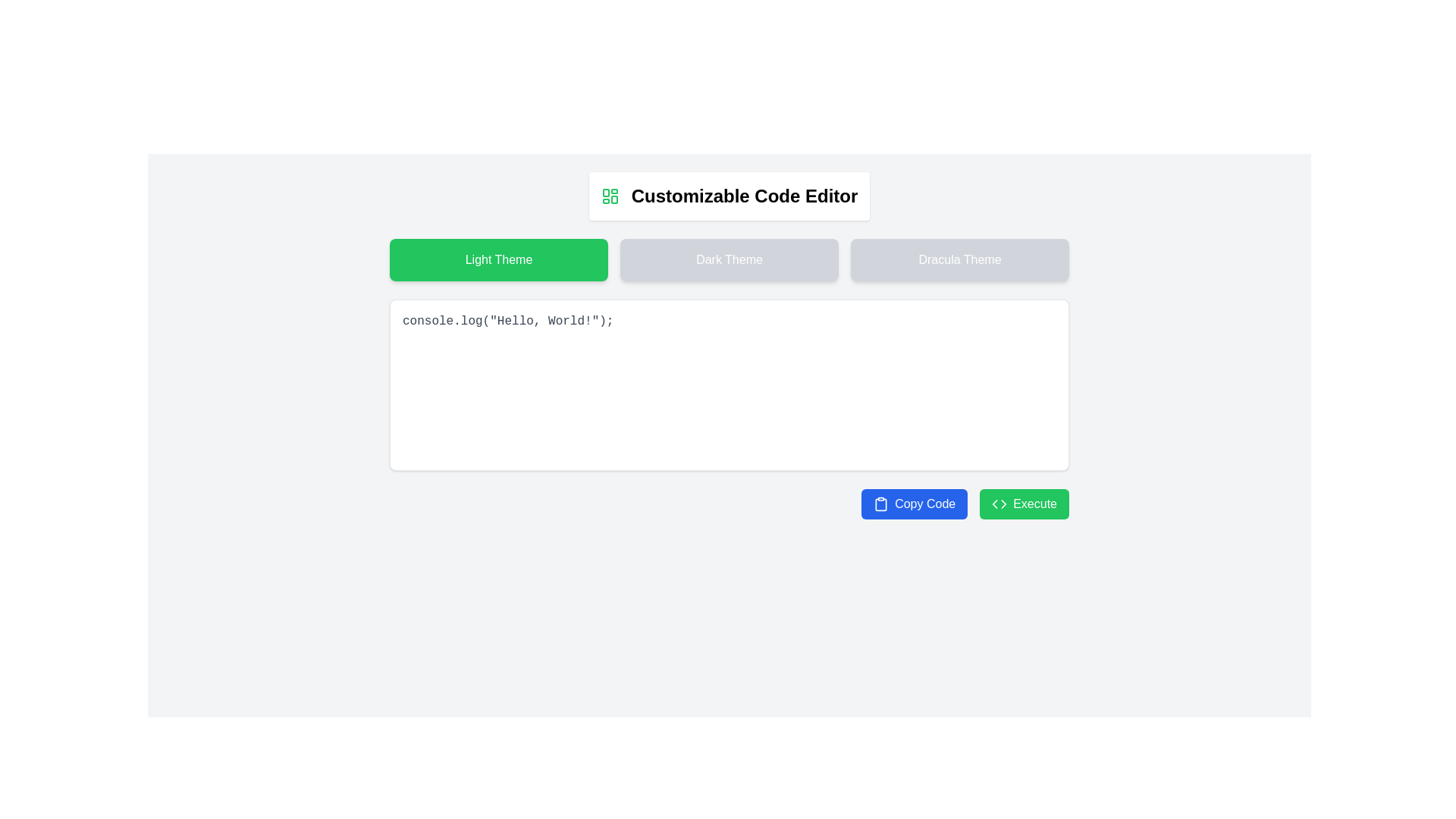 This screenshot has height=819, width=1456. What do you see at coordinates (999, 504) in the screenshot?
I see `the SVG icon located to the left of the label text within the 'Execute' button to interact with the button` at bounding box center [999, 504].